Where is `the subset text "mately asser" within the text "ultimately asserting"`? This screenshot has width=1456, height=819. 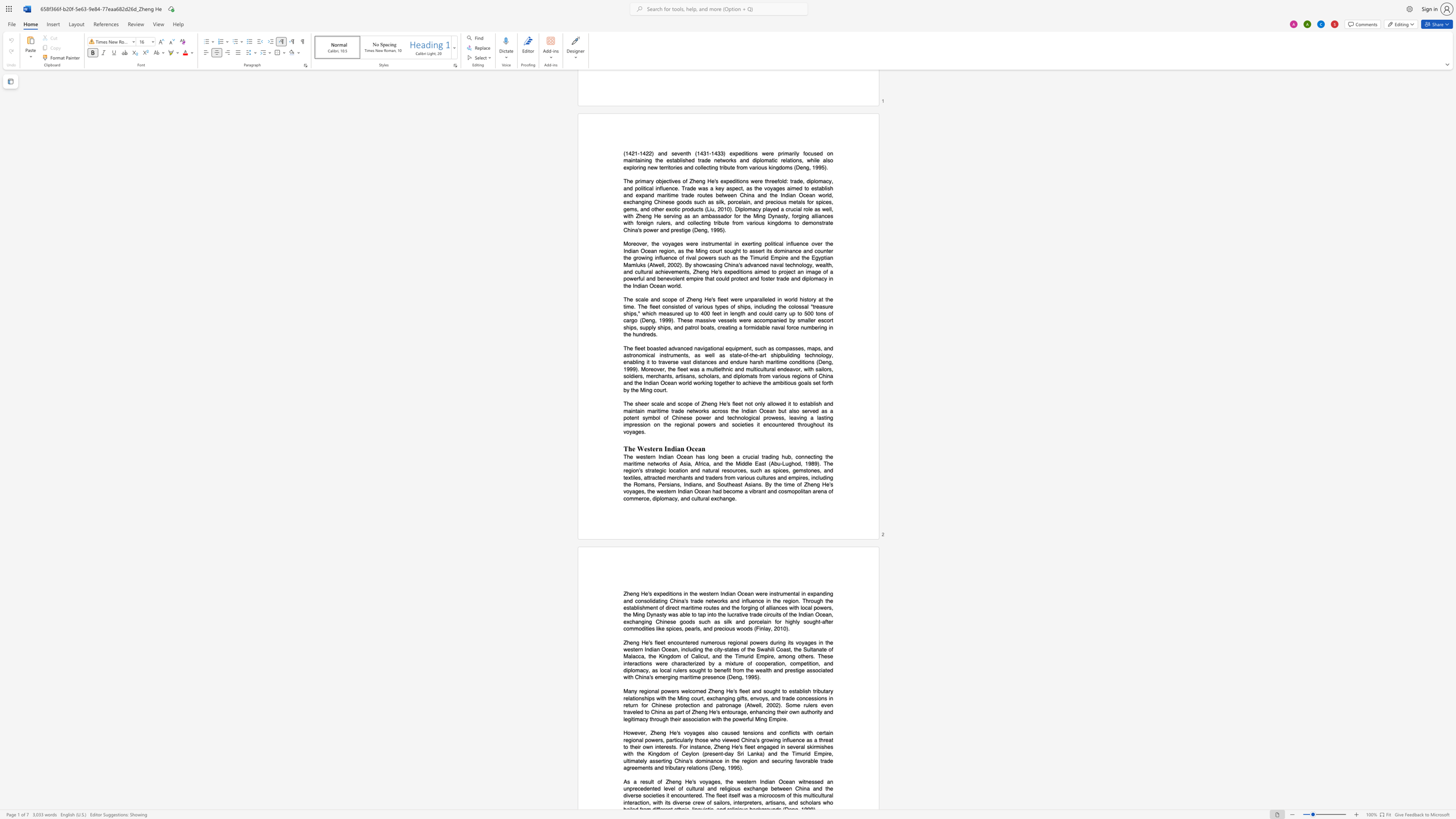
the subset text "mately asser" within the text "ultimately asserting" is located at coordinates (630, 761).